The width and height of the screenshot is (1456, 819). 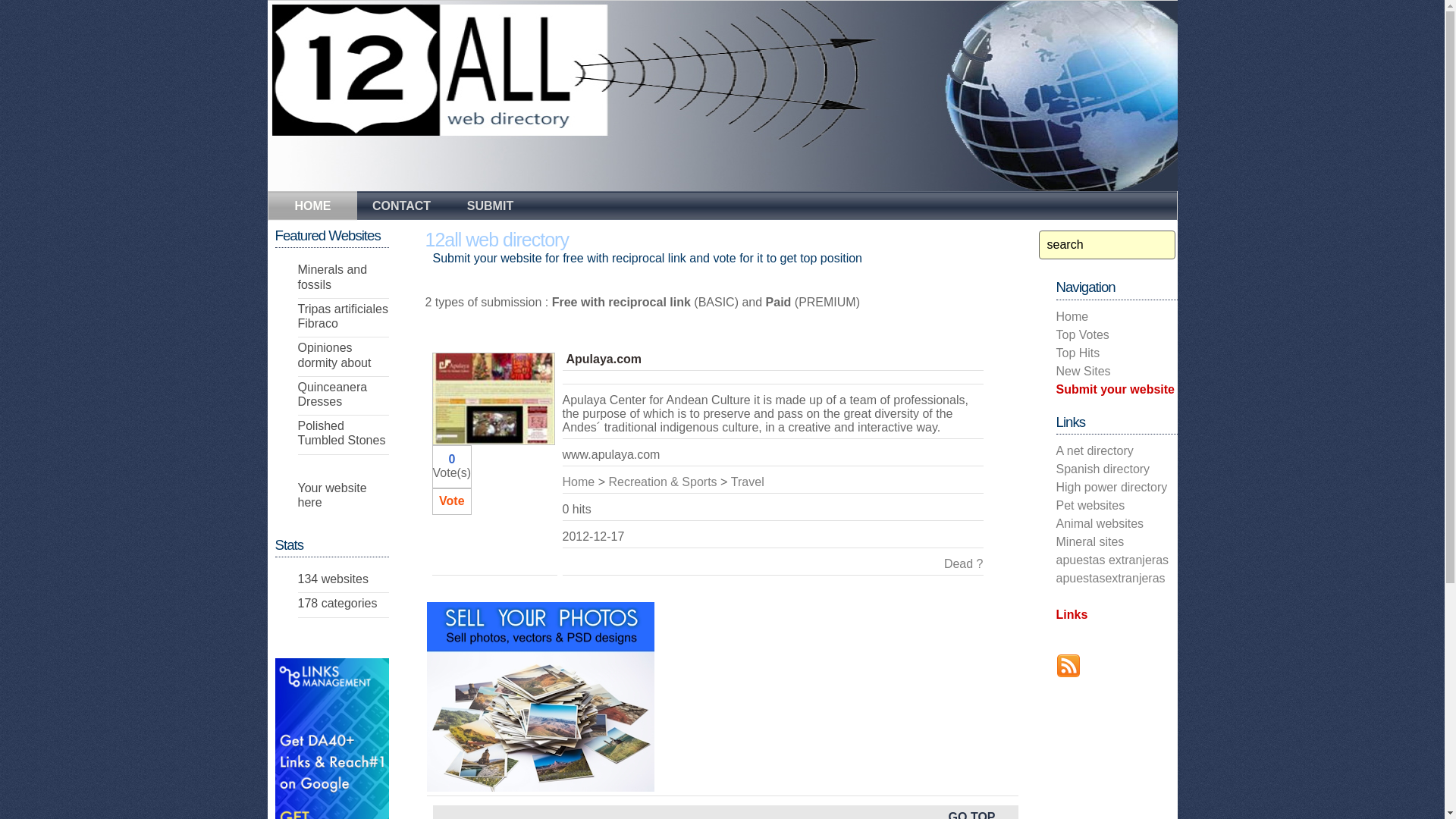 What do you see at coordinates (1071, 315) in the screenshot?
I see `'Home'` at bounding box center [1071, 315].